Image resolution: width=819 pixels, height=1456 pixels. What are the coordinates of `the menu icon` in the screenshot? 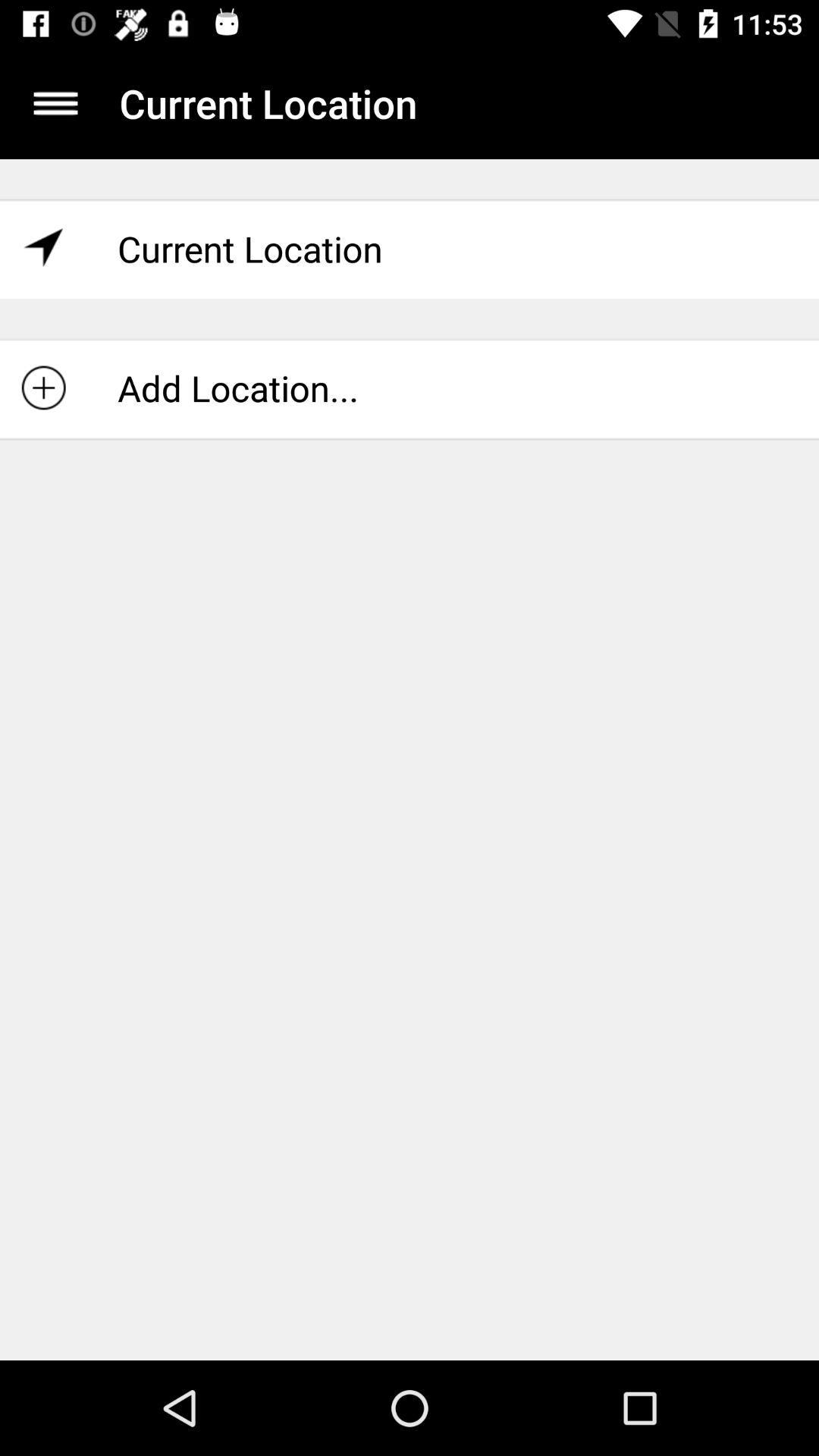 It's located at (55, 102).